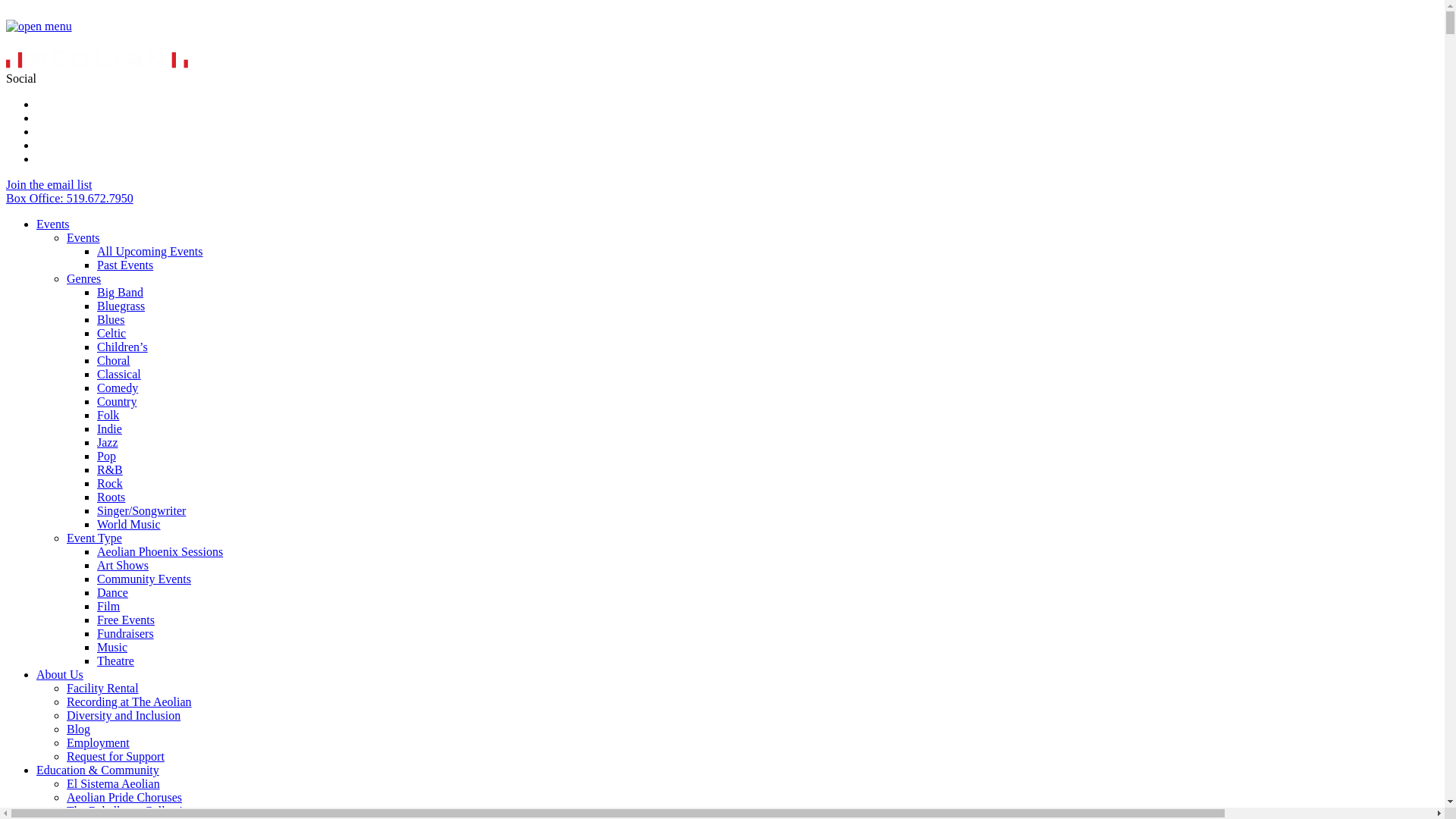 This screenshot has height=819, width=1456. Describe the element at coordinates (124, 796) in the screenshot. I see `'Aeolian Pride Choruses'` at that location.